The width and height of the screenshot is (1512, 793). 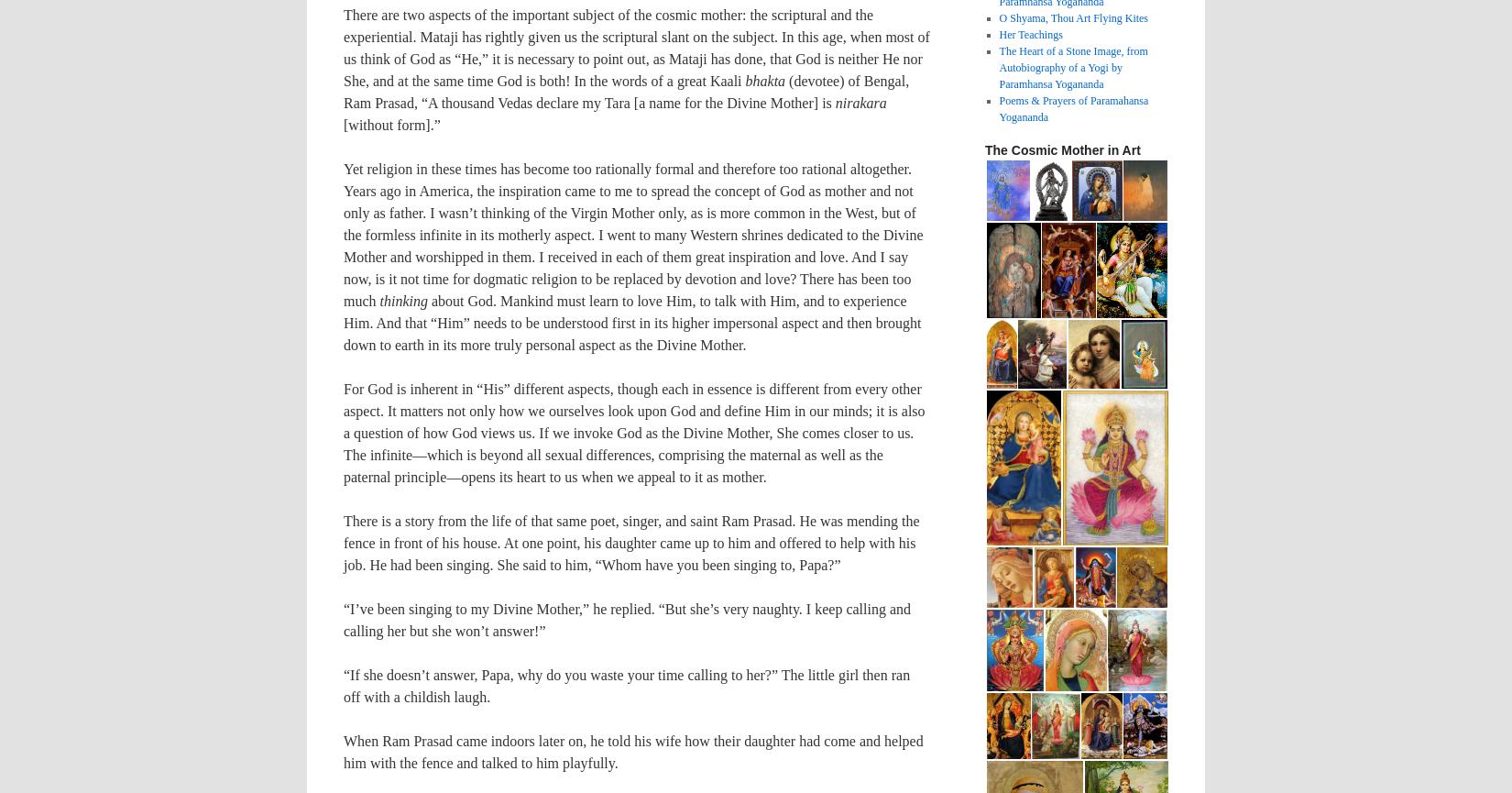 What do you see at coordinates (631, 323) in the screenshot?
I see `'about God. Mankind must learn to love Him, to talk with Him, and to experience Him. And that “Him” needs to be understood first in its higher impersonal aspect and then brought down to earth in its more truly personal aspect as the Divine Mother.'` at bounding box center [631, 323].